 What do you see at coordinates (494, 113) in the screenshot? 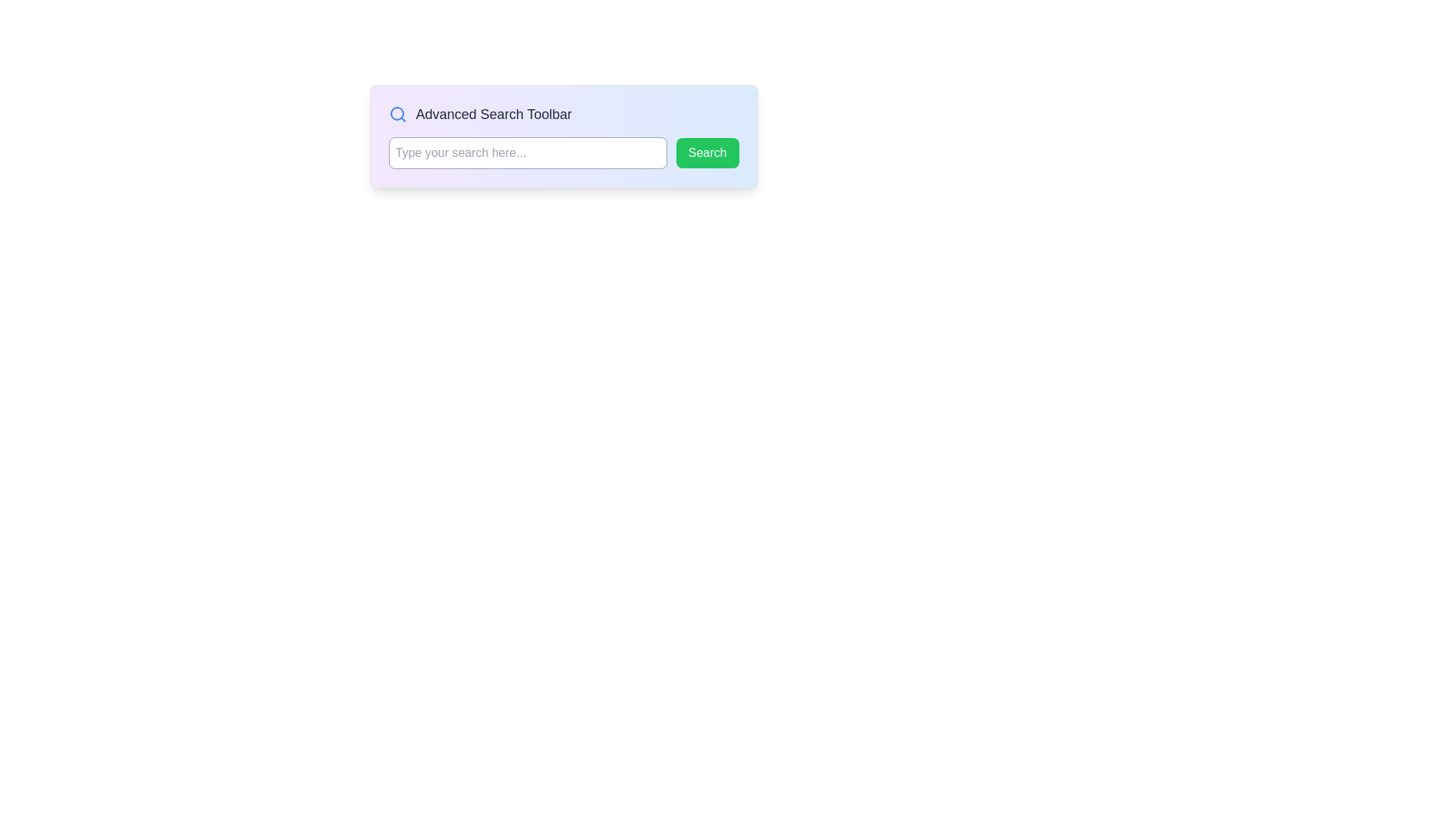
I see `the advanced search interface title text label located to the right of the magnifying glass icon` at bounding box center [494, 113].